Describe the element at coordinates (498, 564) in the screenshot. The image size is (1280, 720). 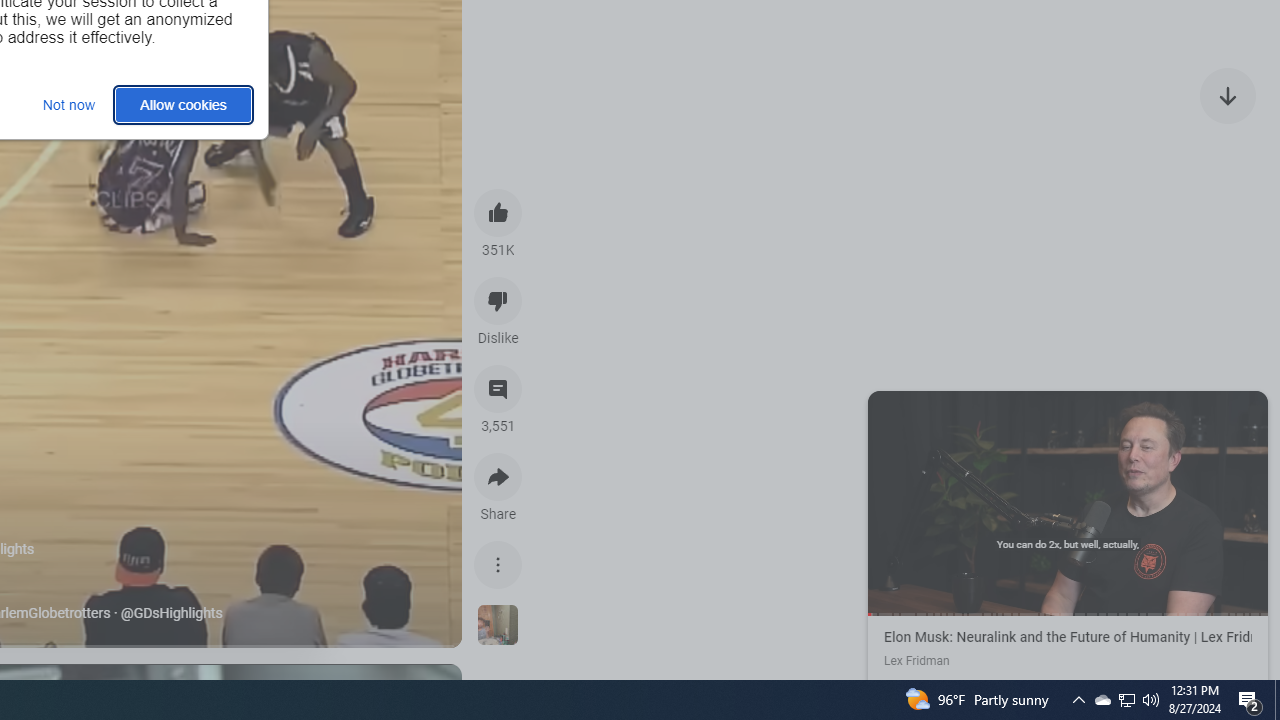
I see `'More actions'` at that location.